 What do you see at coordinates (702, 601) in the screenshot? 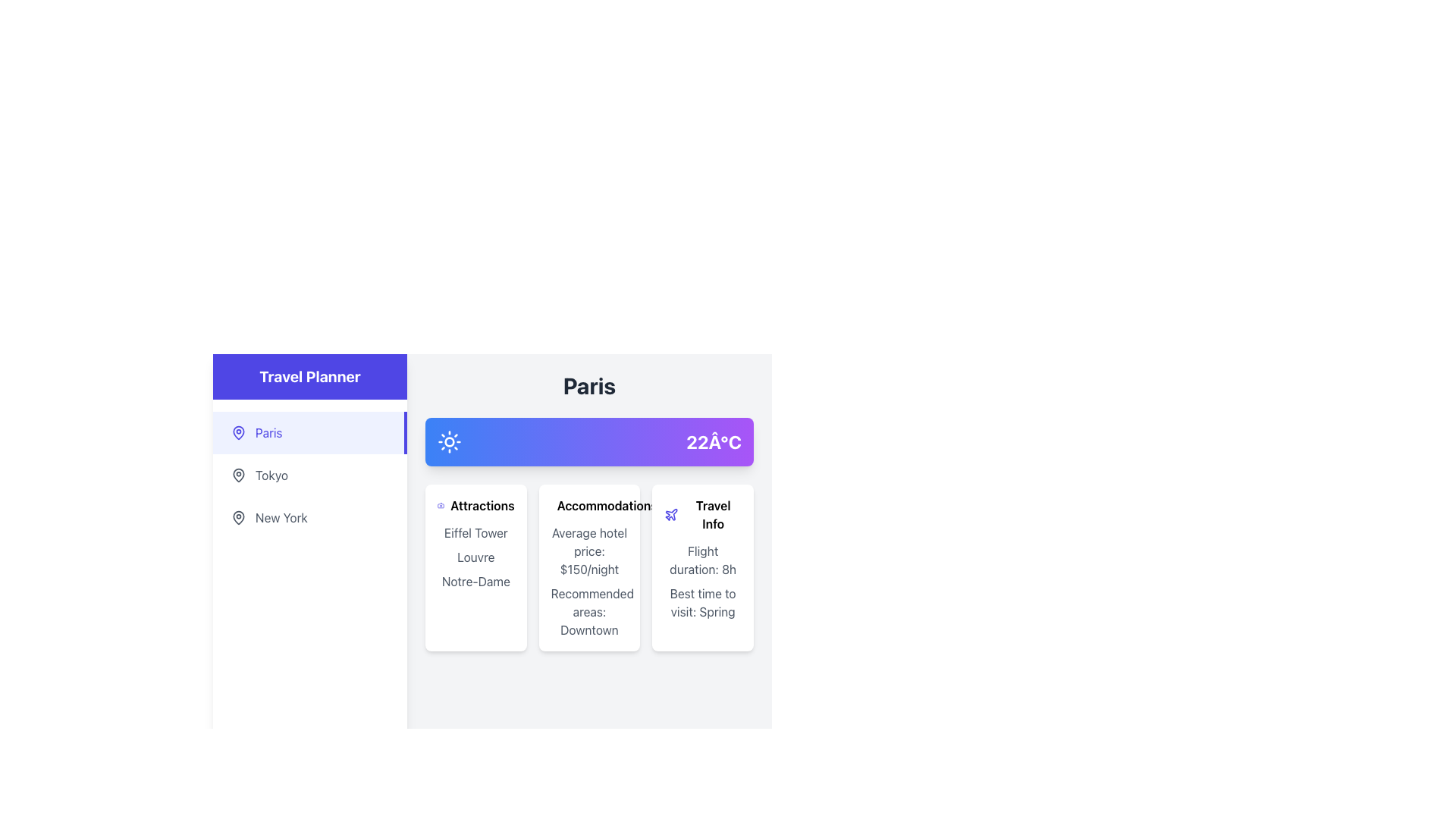
I see `information displayed in the Text Display that says 'Best time to visit: Spring', which is located in the white card labeled 'Travel Info' in the grid layout` at bounding box center [702, 601].